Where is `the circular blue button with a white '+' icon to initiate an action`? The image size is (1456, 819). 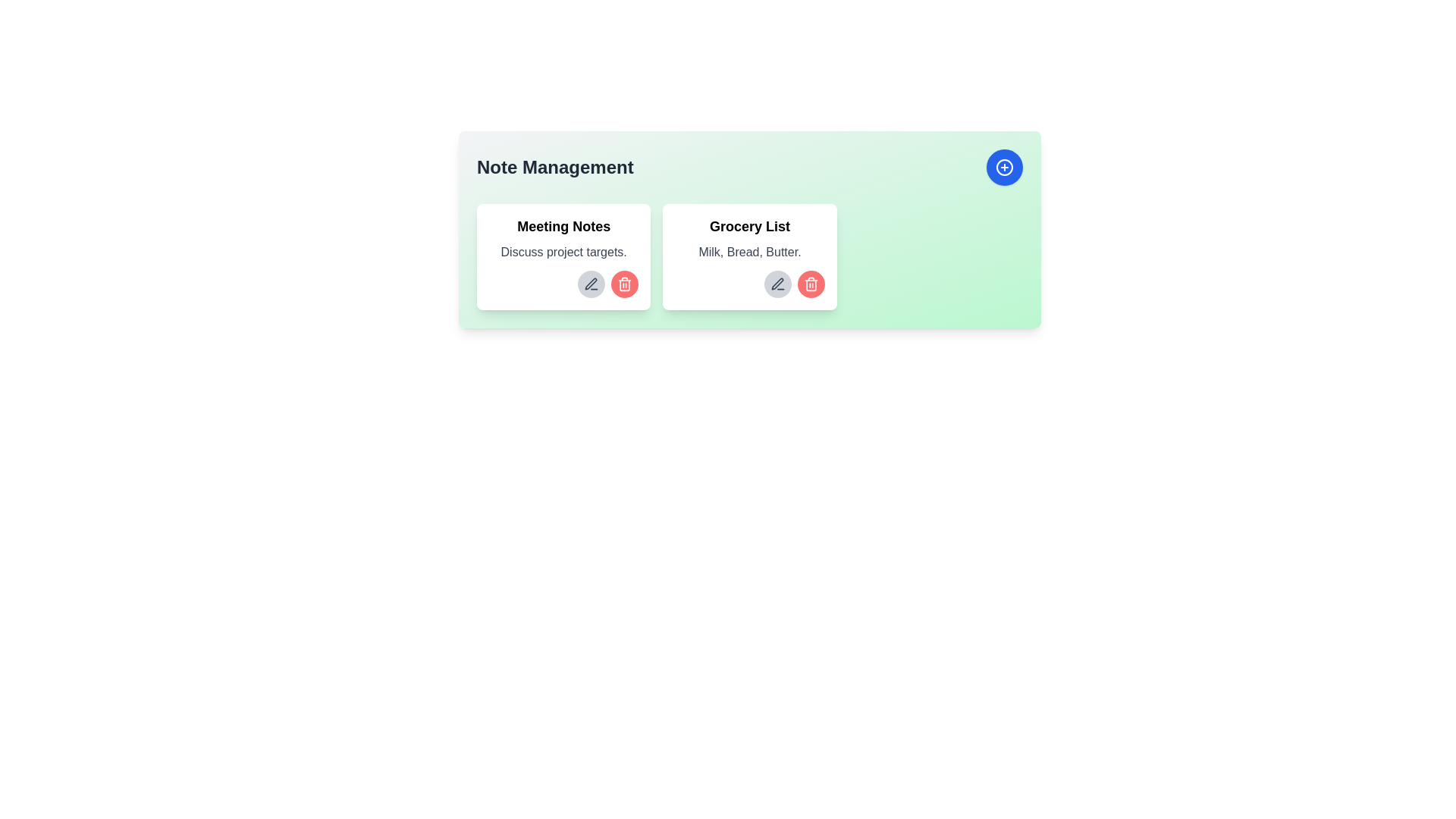 the circular blue button with a white '+' icon to initiate an action is located at coordinates (1004, 167).